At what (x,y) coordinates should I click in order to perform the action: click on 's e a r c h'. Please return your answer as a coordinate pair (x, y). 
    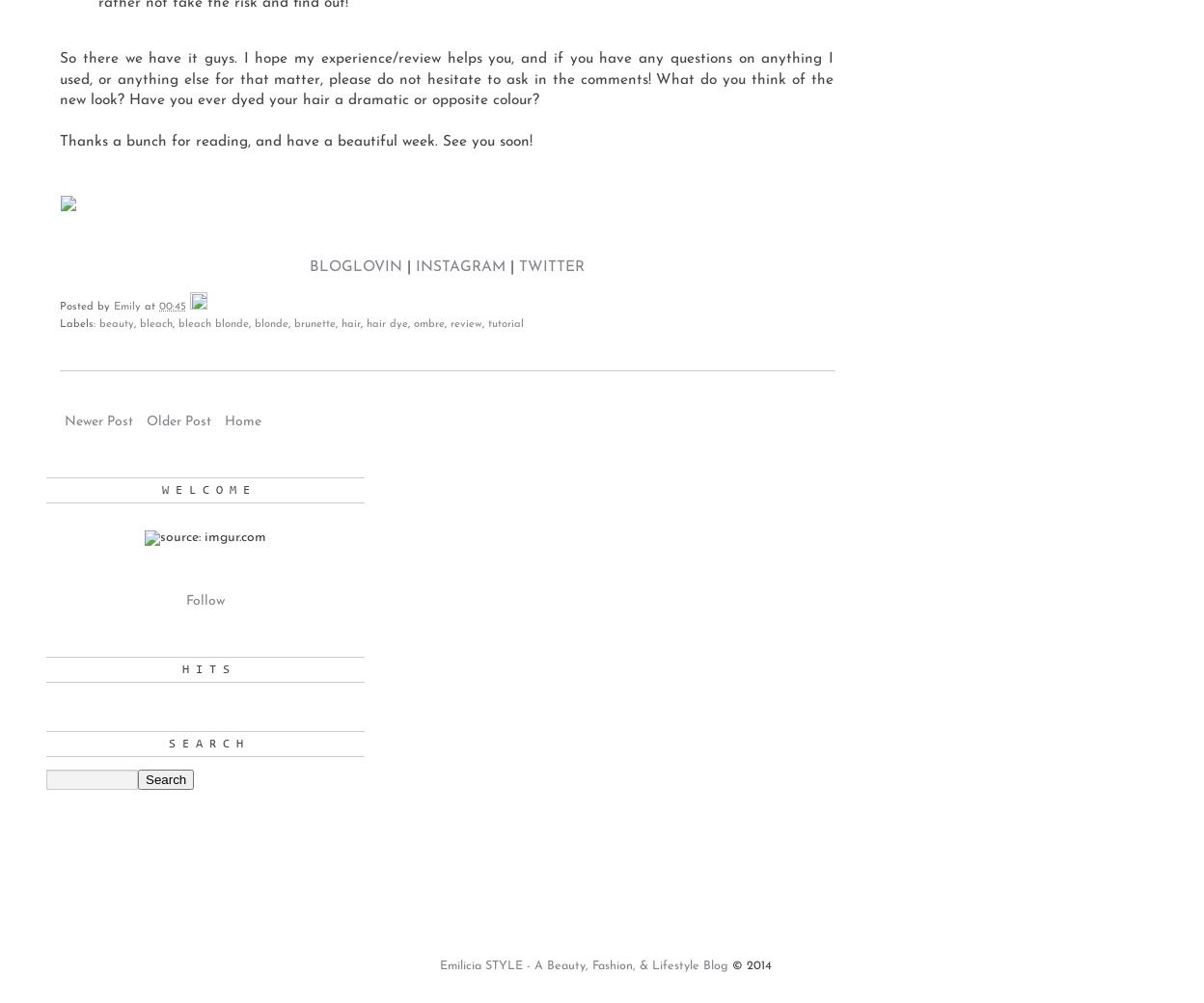
    Looking at the image, I should click on (205, 744).